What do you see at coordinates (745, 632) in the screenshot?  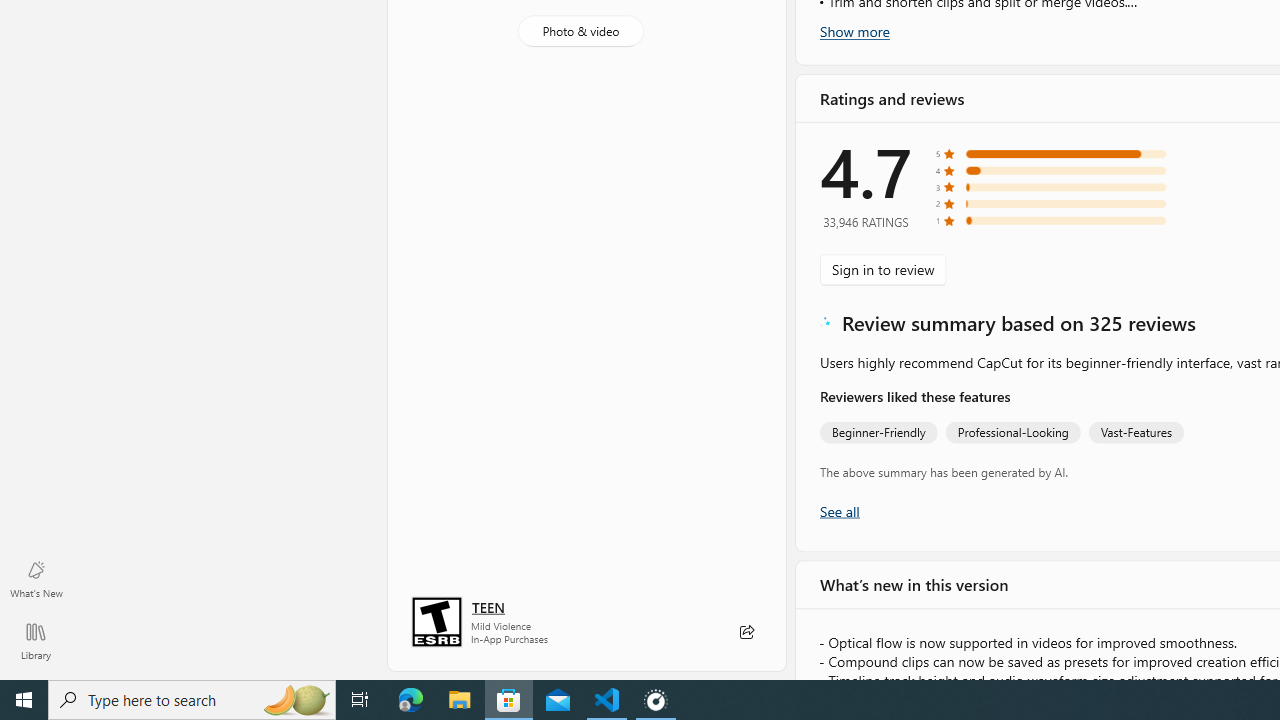 I see `'Share'` at bounding box center [745, 632].